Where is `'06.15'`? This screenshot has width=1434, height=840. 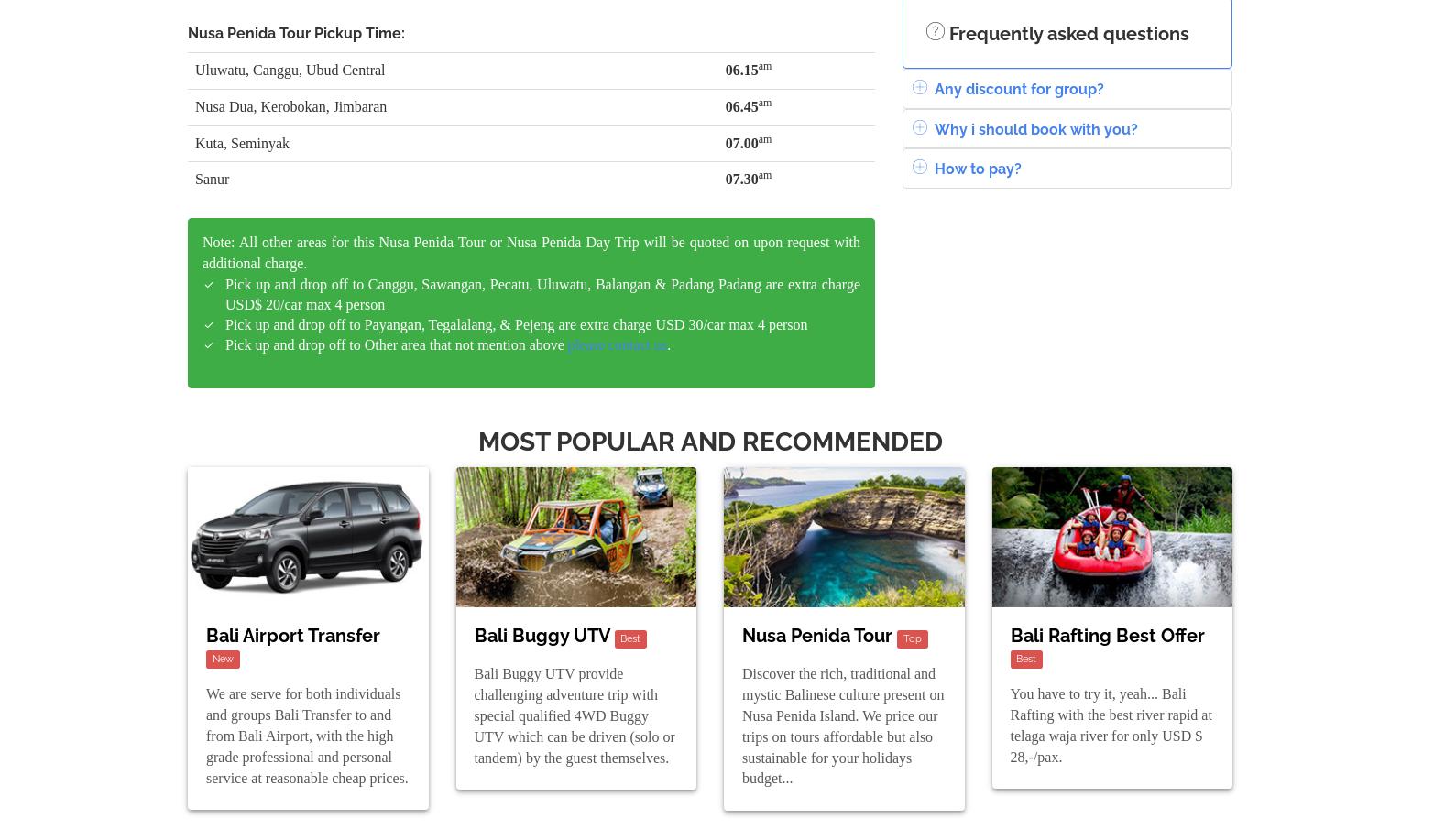
'06.15' is located at coordinates (739, 68).